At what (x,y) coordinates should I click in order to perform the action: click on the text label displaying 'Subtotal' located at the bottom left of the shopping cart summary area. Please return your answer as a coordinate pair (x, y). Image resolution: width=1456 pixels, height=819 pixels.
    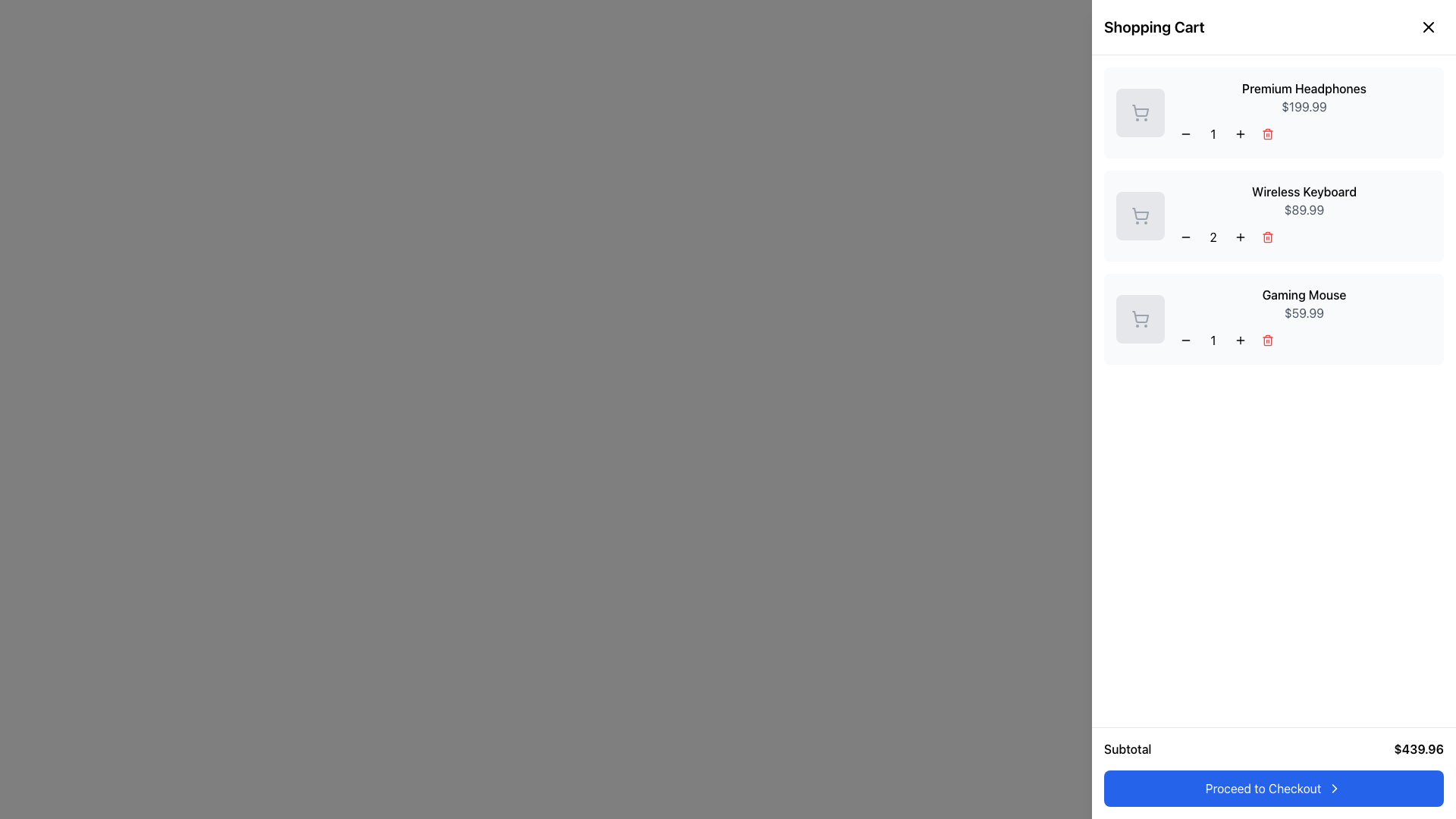
    Looking at the image, I should click on (1128, 748).